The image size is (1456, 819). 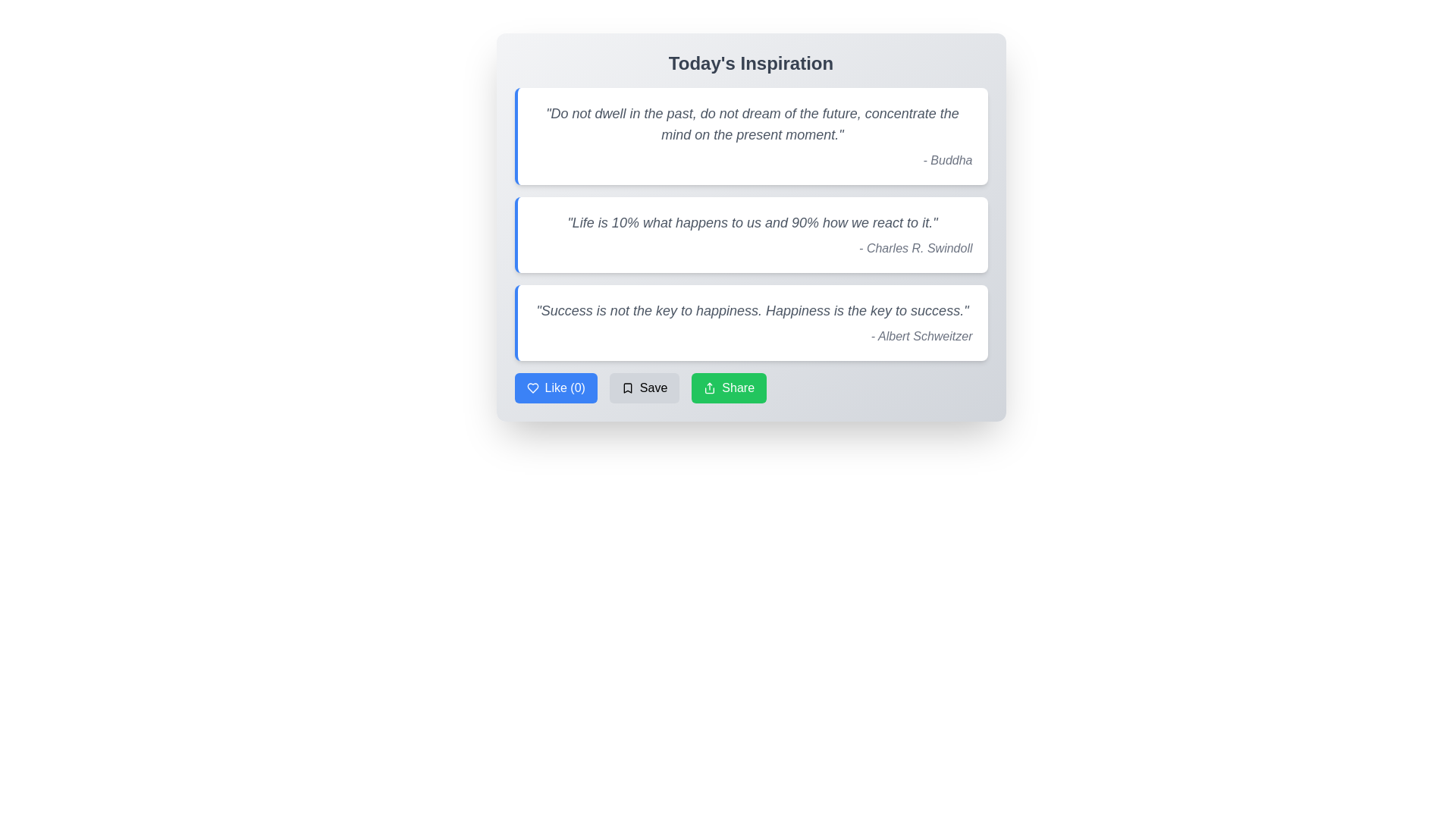 What do you see at coordinates (729, 388) in the screenshot?
I see `the 'Share' button with a green background and white text using keyboard navigation` at bounding box center [729, 388].